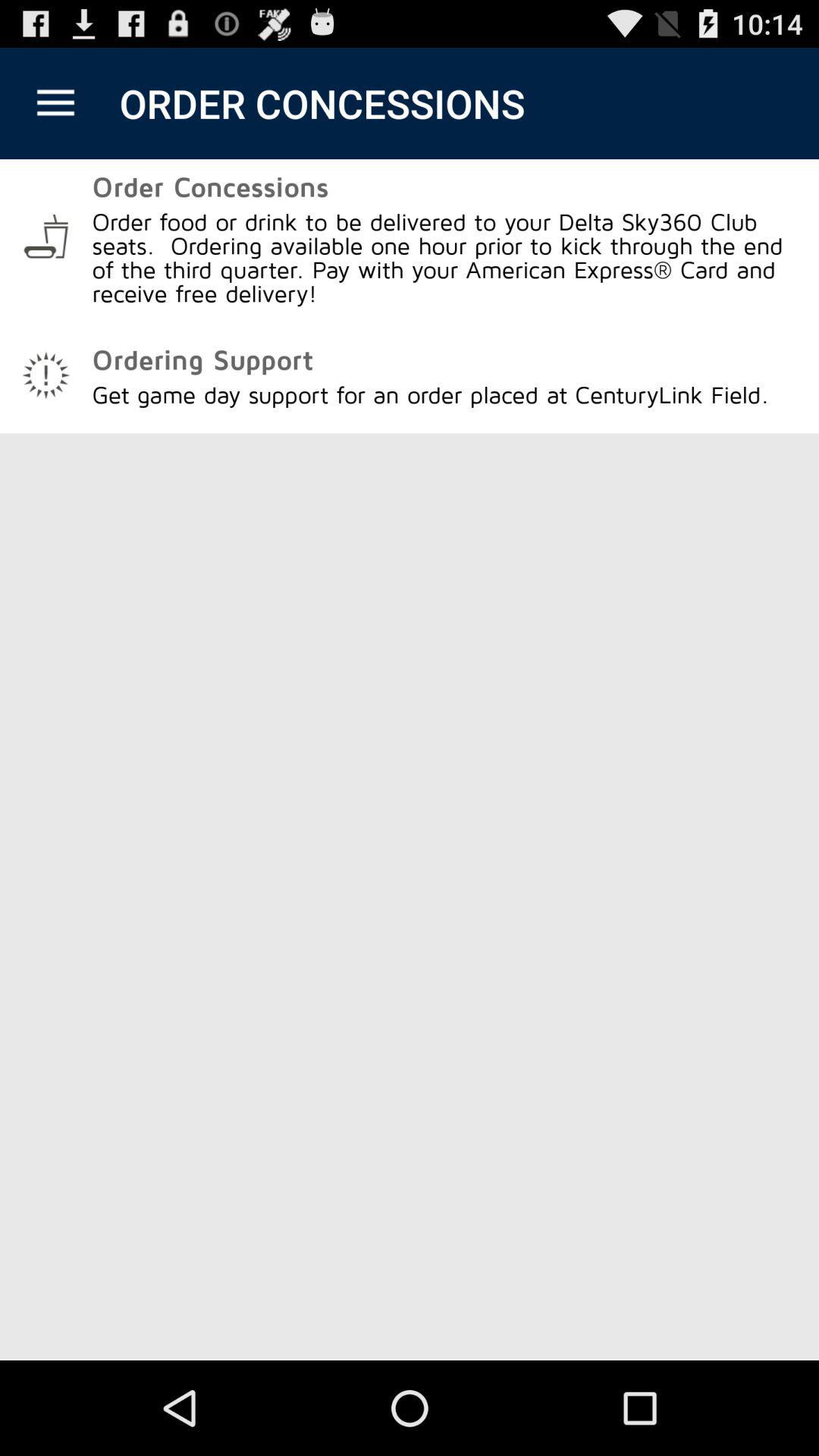 This screenshot has height=1456, width=819. Describe the element at coordinates (55, 102) in the screenshot. I see `the app to the left of the order concessions icon` at that location.